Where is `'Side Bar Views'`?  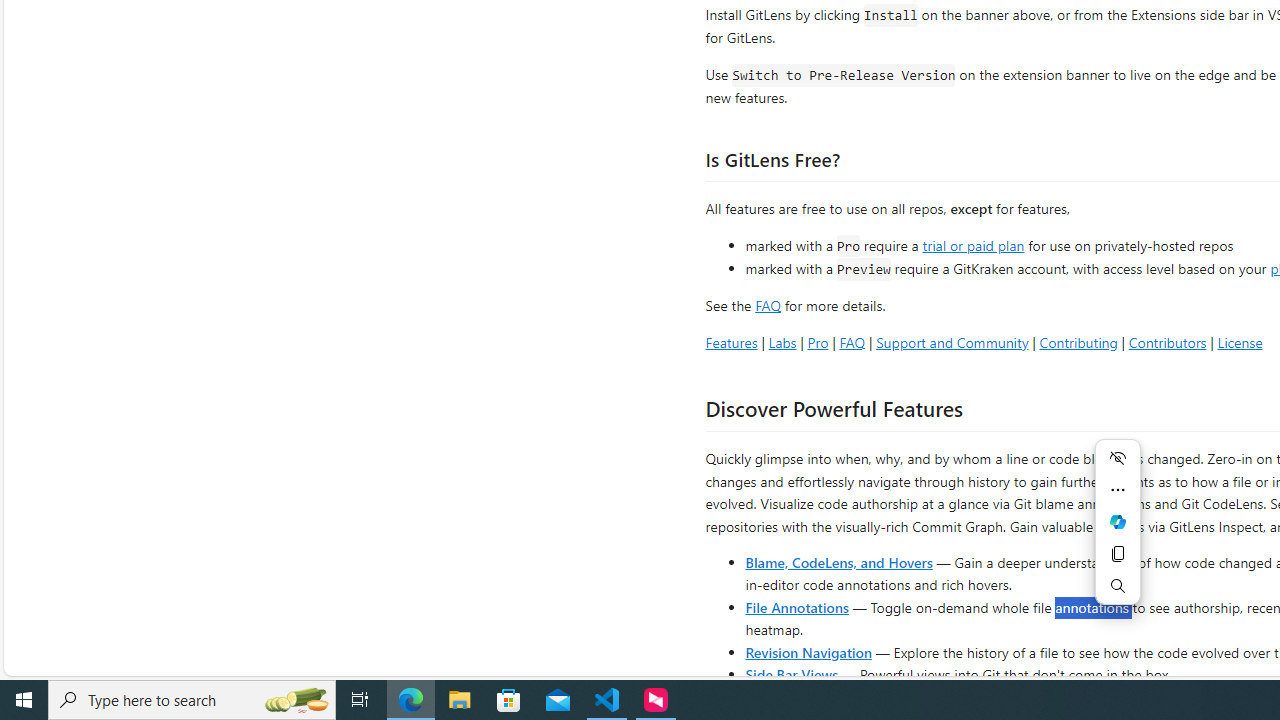
'Side Bar Views' is located at coordinates (790, 673).